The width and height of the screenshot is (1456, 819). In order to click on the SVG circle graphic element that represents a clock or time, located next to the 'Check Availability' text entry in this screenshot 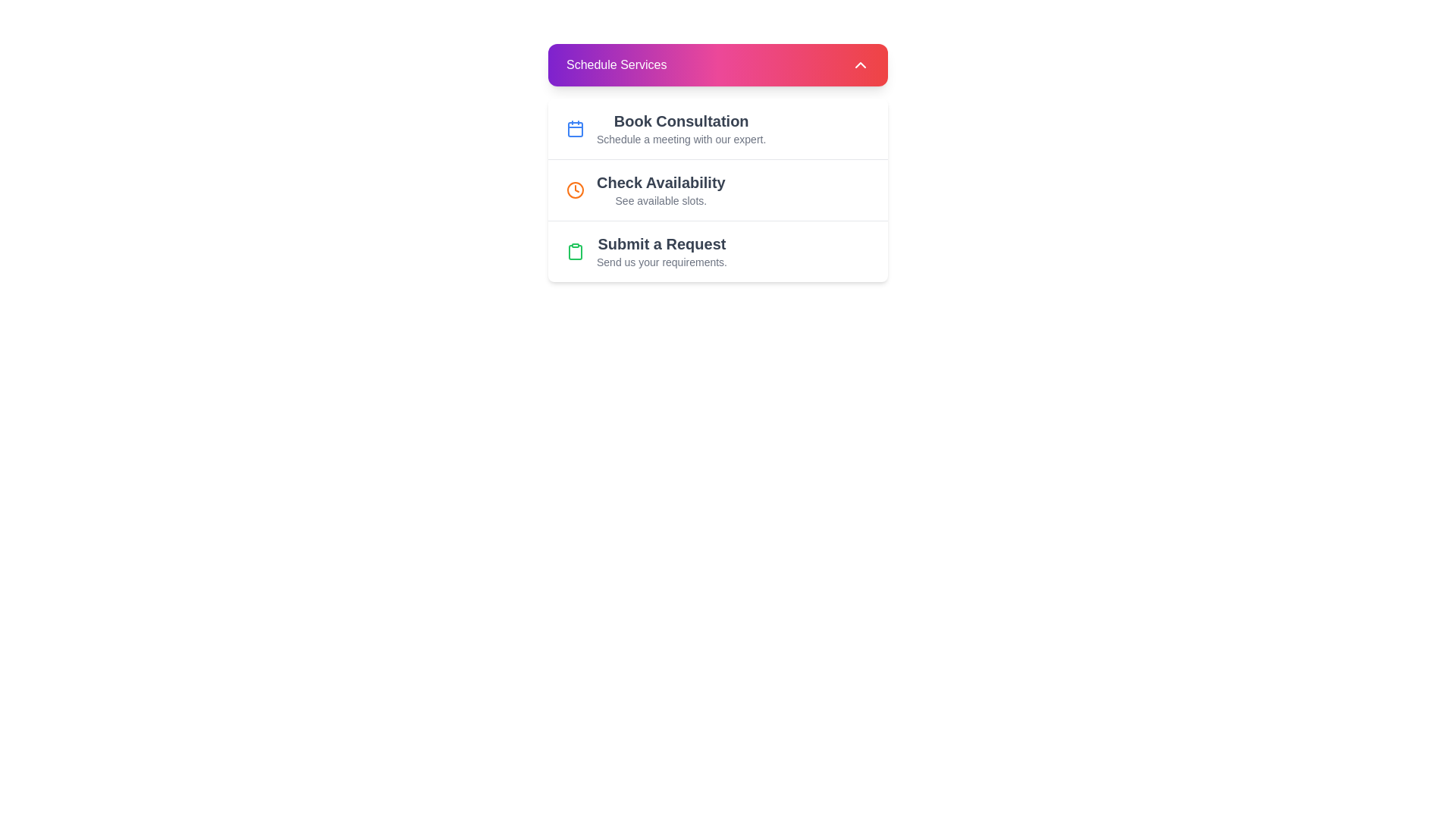, I will do `click(574, 189)`.